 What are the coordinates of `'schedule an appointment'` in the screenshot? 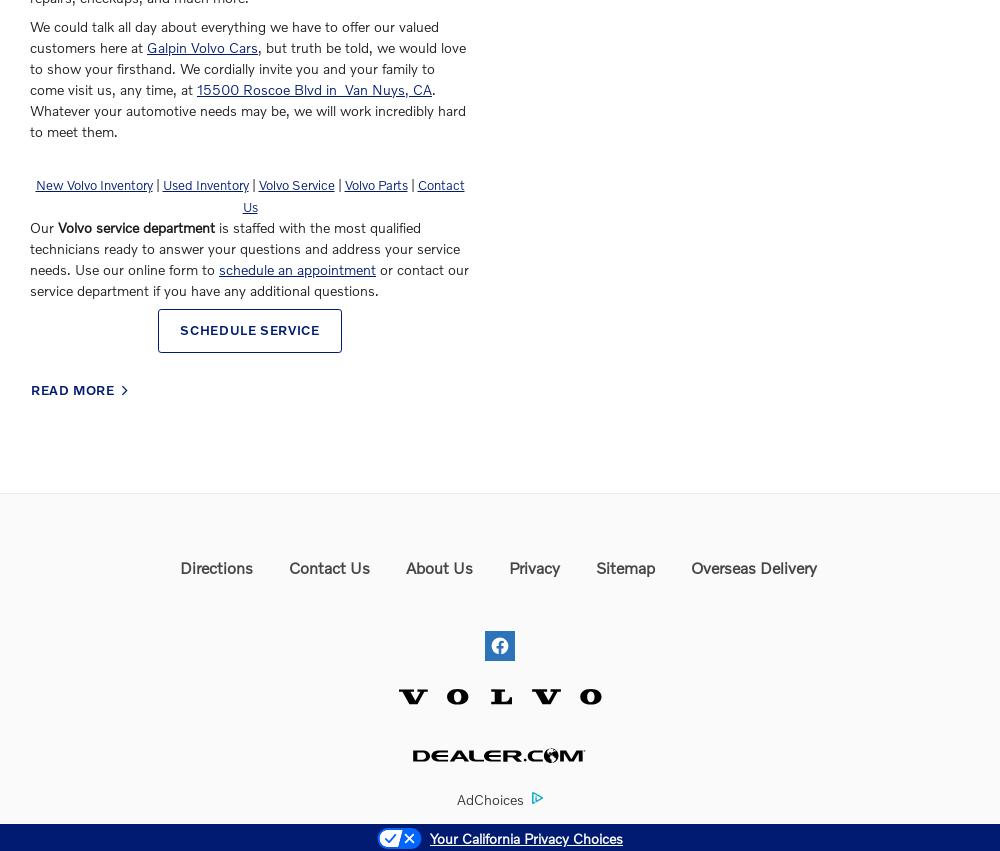 It's located at (297, 268).